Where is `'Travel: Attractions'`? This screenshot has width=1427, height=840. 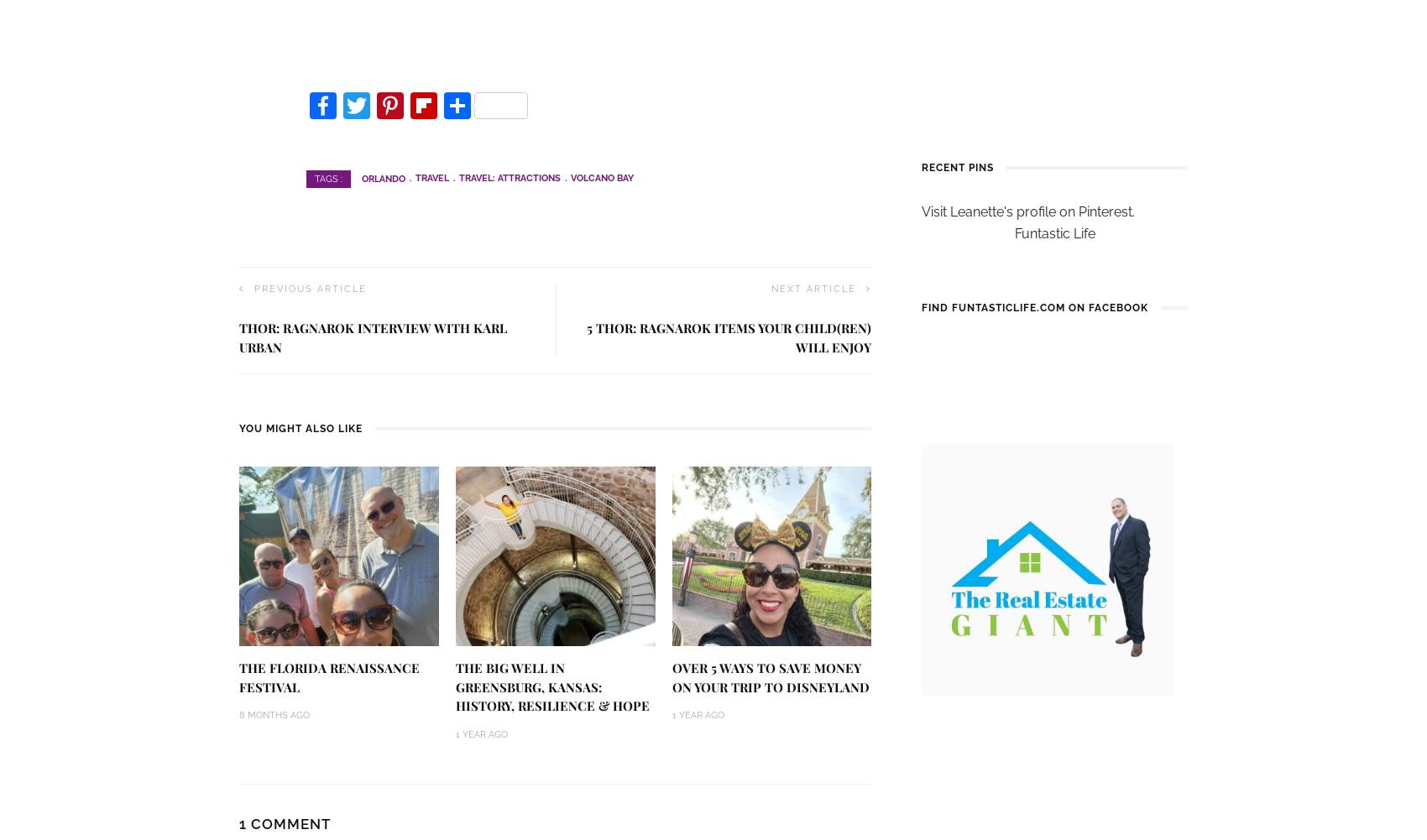 'Travel: Attractions' is located at coordinates (458, 178).